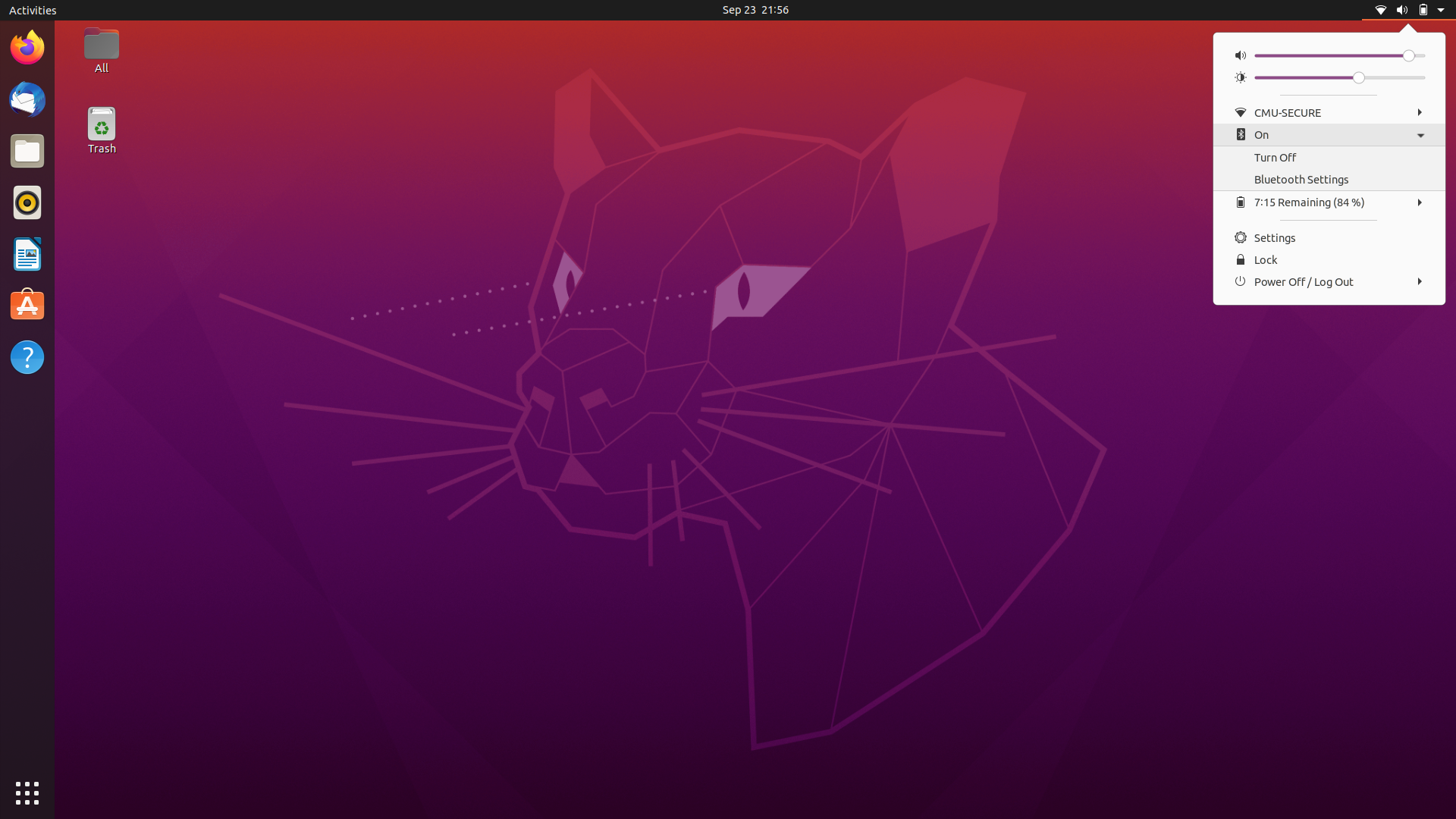 The width and height of the screenshot is (1456, 819). What do you see at coordinates (1327, 201) in the screenshot?
I see `Battery Settings` at bounding box center [1327, 201].